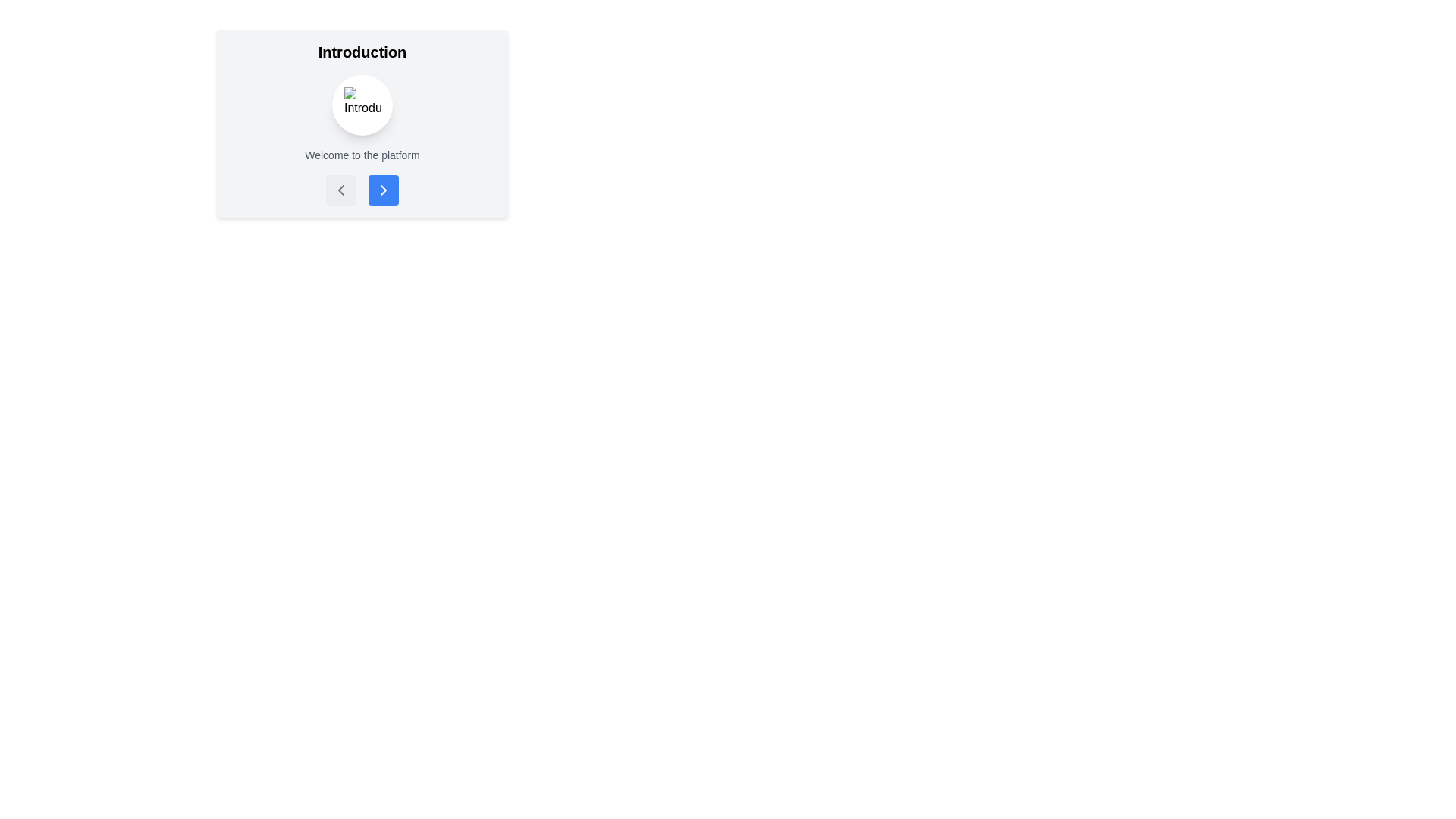  Describe the element at coordinates (340, 189) in the screenshot. I see `the left-pointing chevron icon located within the navigation controls of the 'Introduction' interface card, positioned to the left of the blue right-pointing chevron button` at that location.